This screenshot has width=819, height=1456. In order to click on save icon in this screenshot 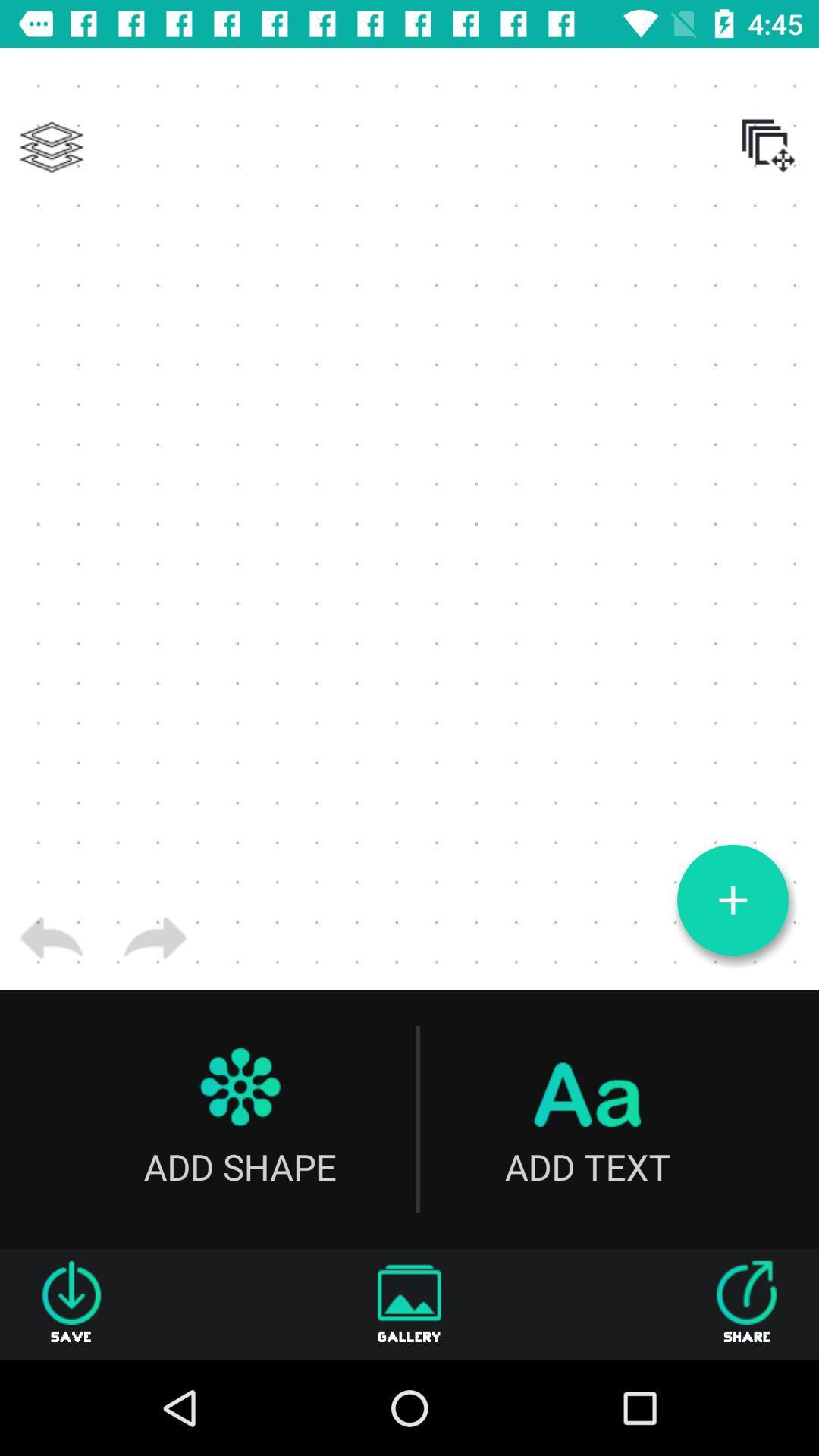, I will do `click(71, 1304)`.